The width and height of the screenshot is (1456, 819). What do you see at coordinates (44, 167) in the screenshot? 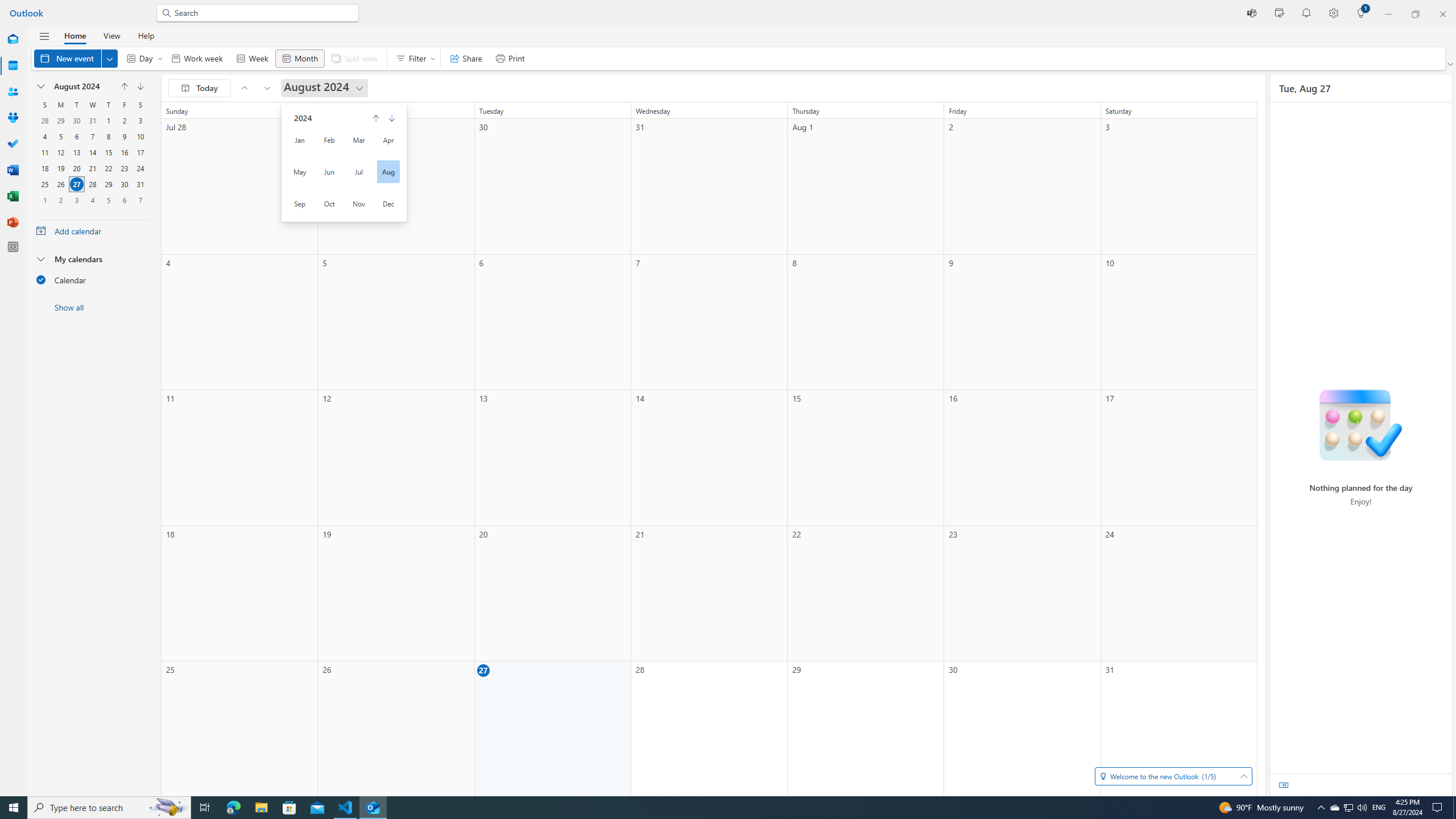
I see `'18, August, 2024'` at bounding box center [44, 167].